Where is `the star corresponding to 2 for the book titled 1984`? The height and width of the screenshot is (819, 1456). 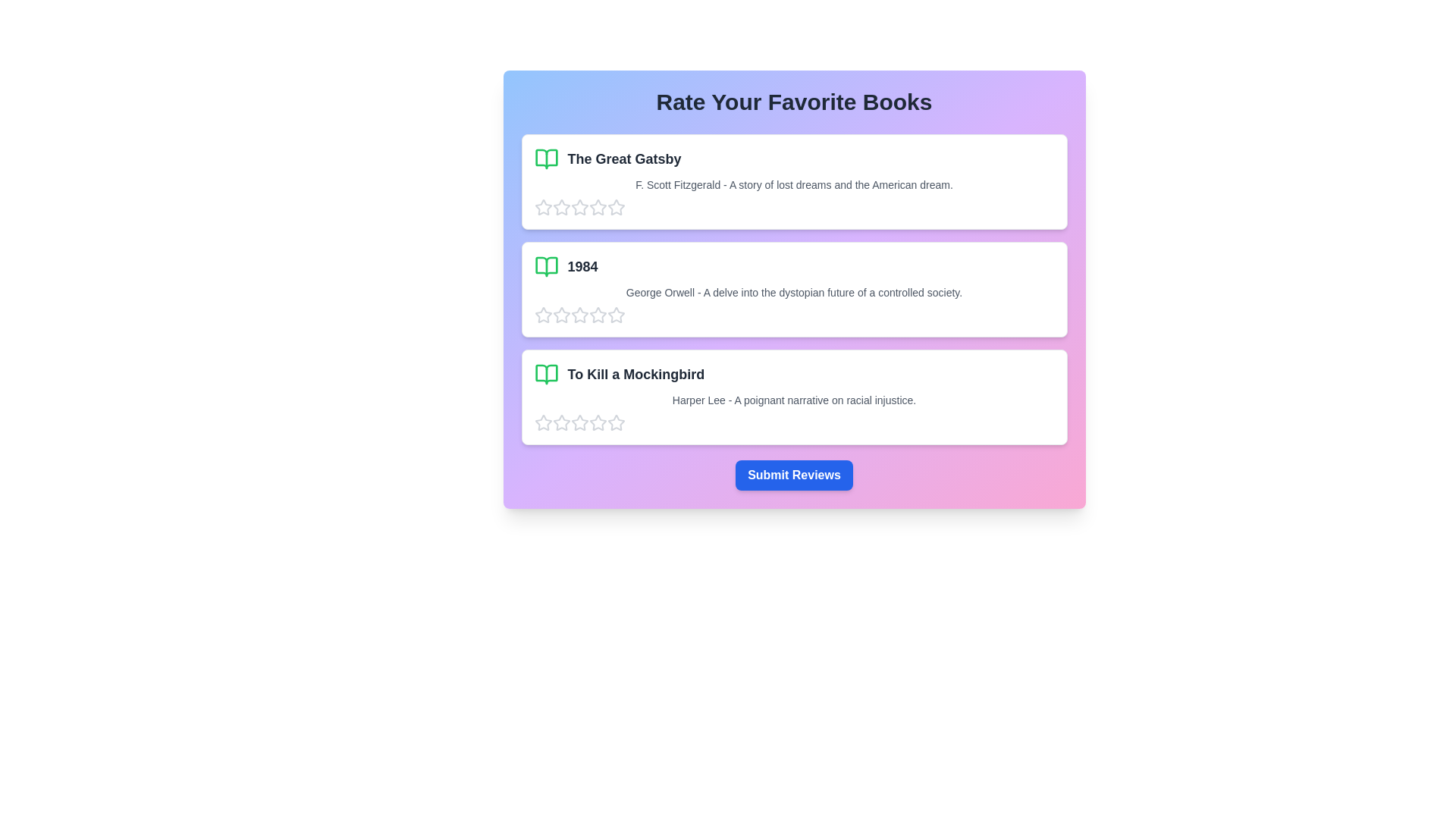
the star corresponding to 2 for the book titled 1984 is located at coordinates (560, 315).